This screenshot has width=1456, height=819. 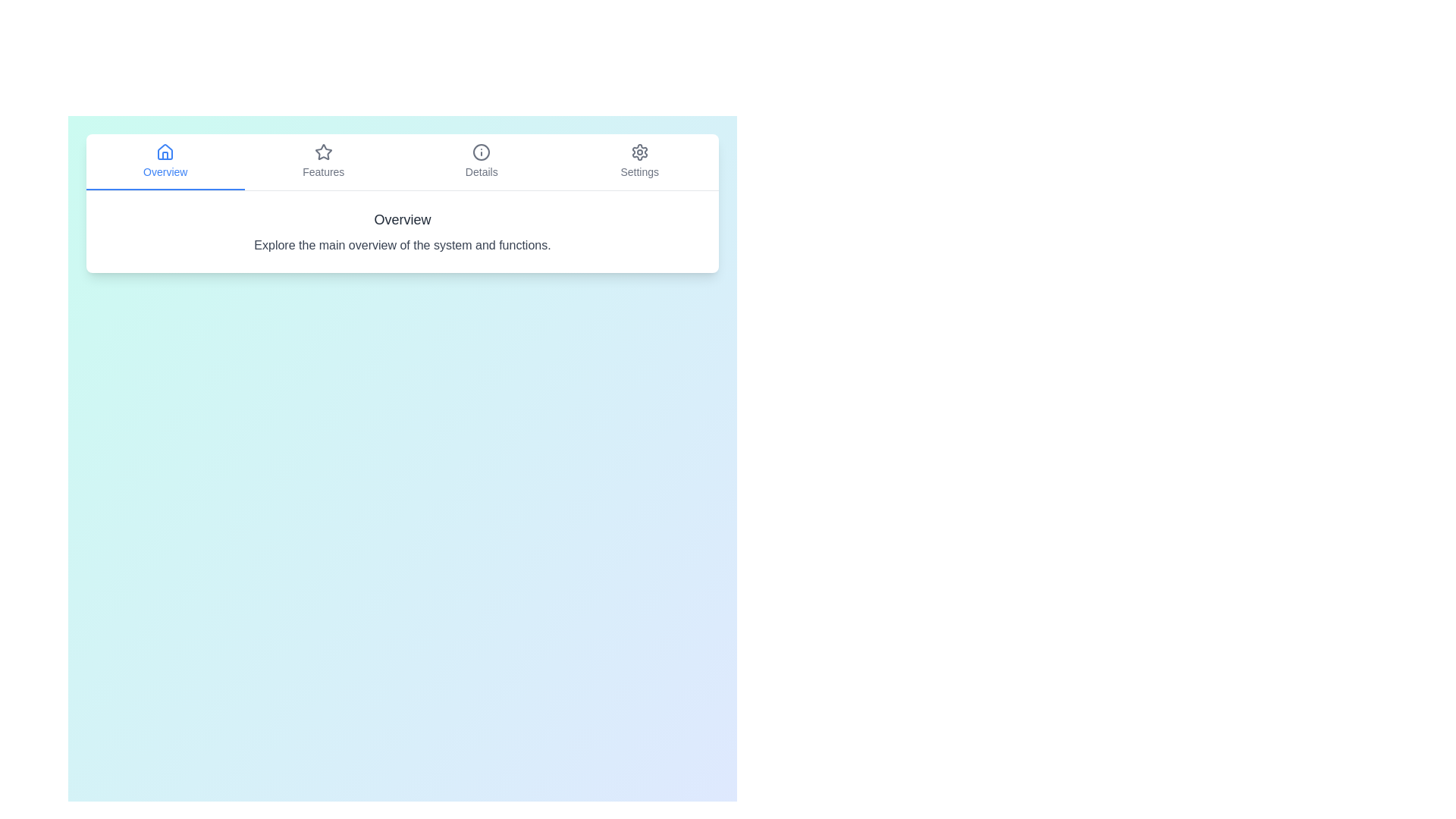 What do you see at coordinates (639, 162) in the screenshot?
I see `the Settings tab to examine its layout and content` at bounding box center [639, 162].